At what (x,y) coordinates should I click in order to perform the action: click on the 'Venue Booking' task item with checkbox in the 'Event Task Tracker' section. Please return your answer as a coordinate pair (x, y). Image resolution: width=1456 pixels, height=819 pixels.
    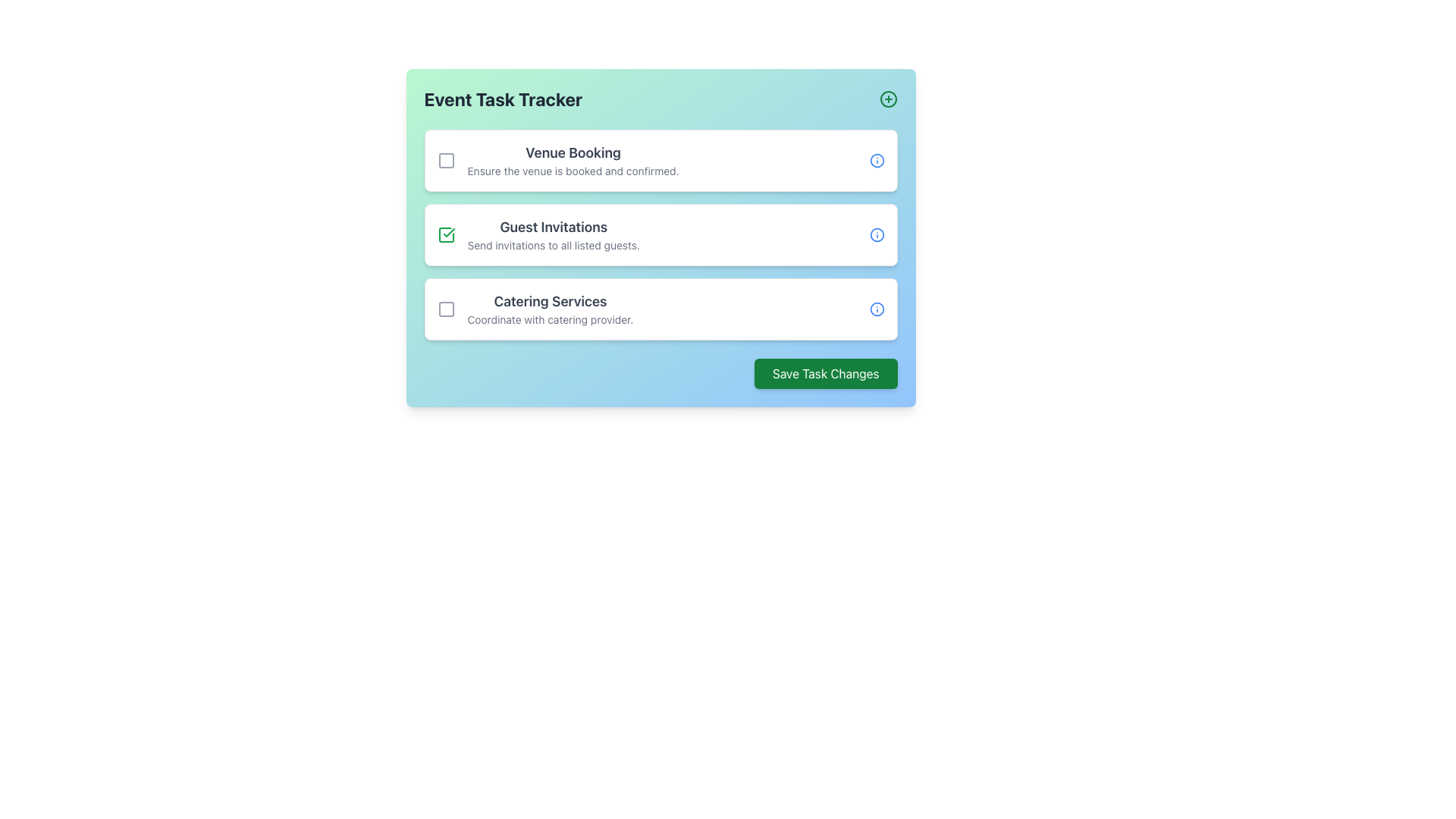
    Looking at the image, I should click on (557, 161).